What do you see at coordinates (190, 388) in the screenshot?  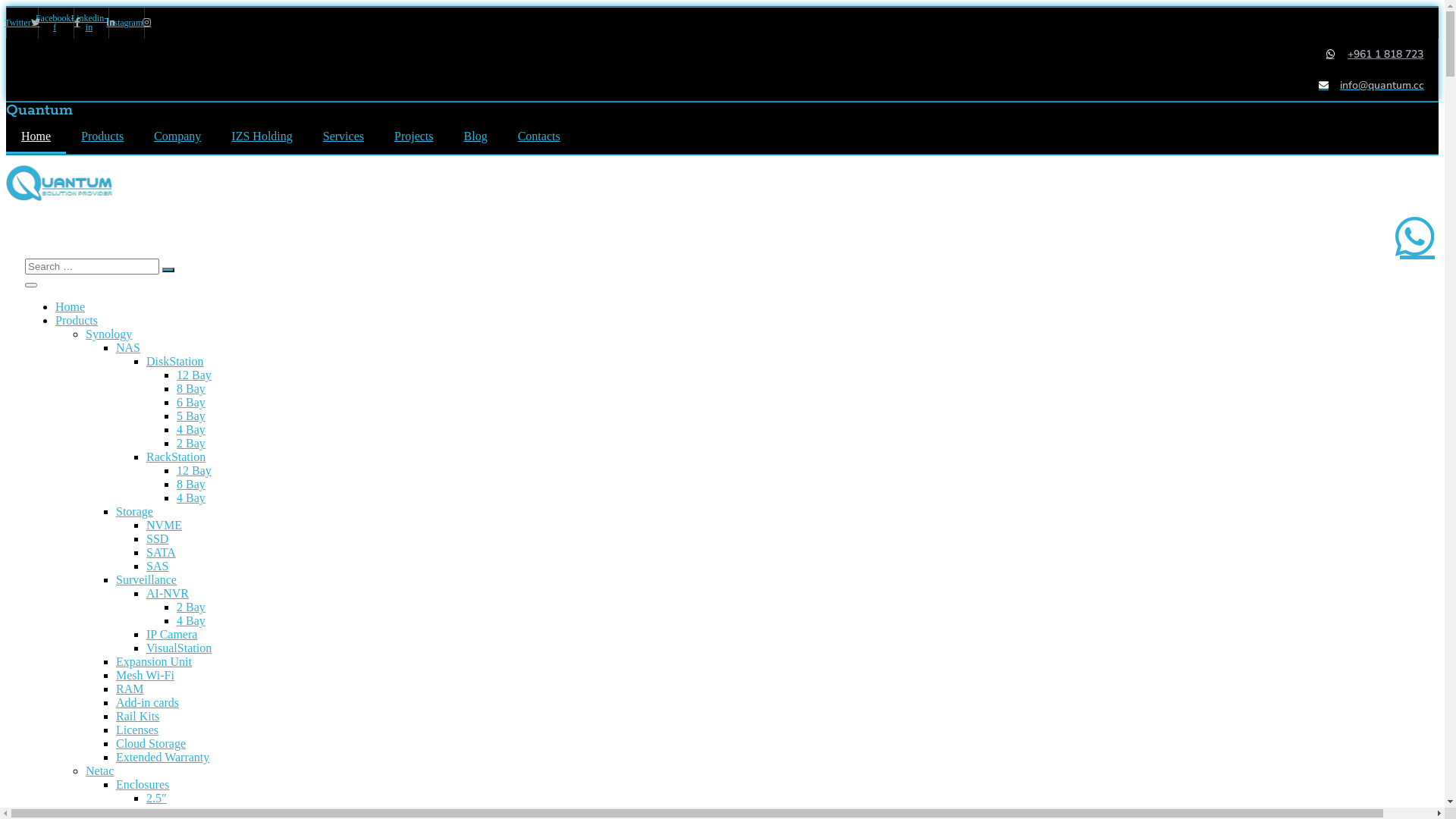 I see `'8 Bay'` at bounding box center [190, 388].